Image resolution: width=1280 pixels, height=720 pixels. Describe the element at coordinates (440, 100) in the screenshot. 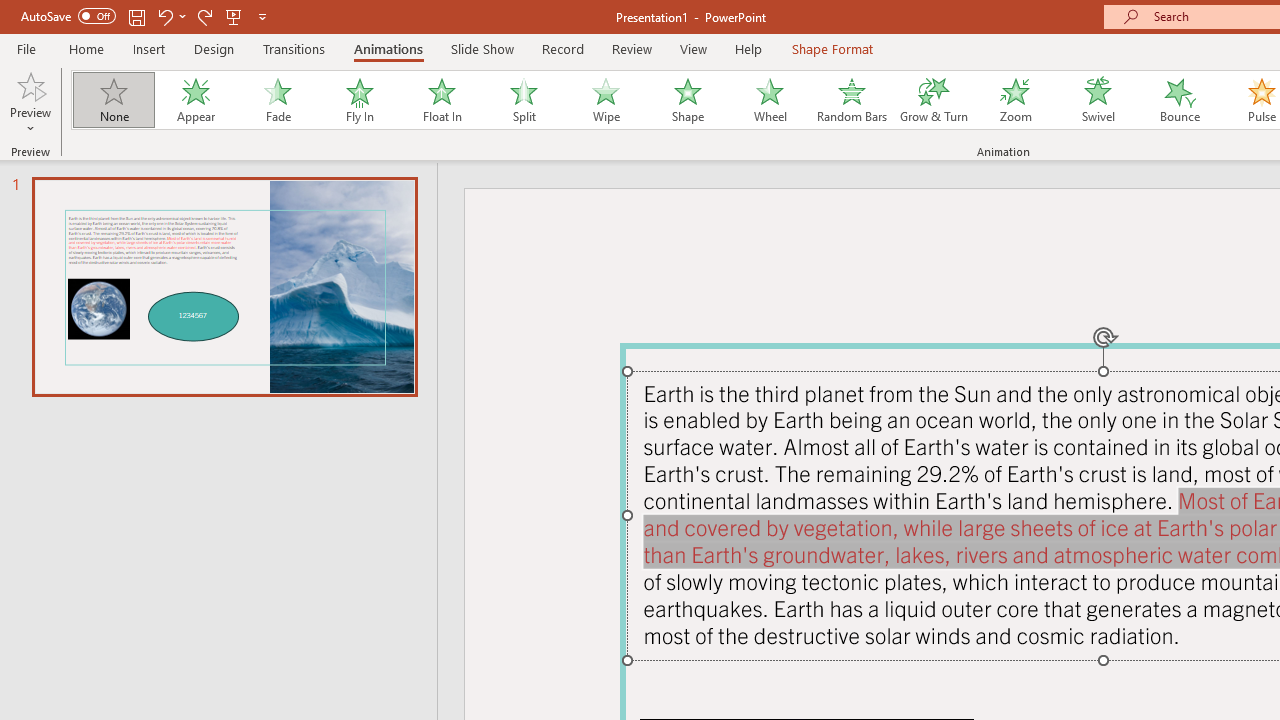

I see `'Float In'` at that location.